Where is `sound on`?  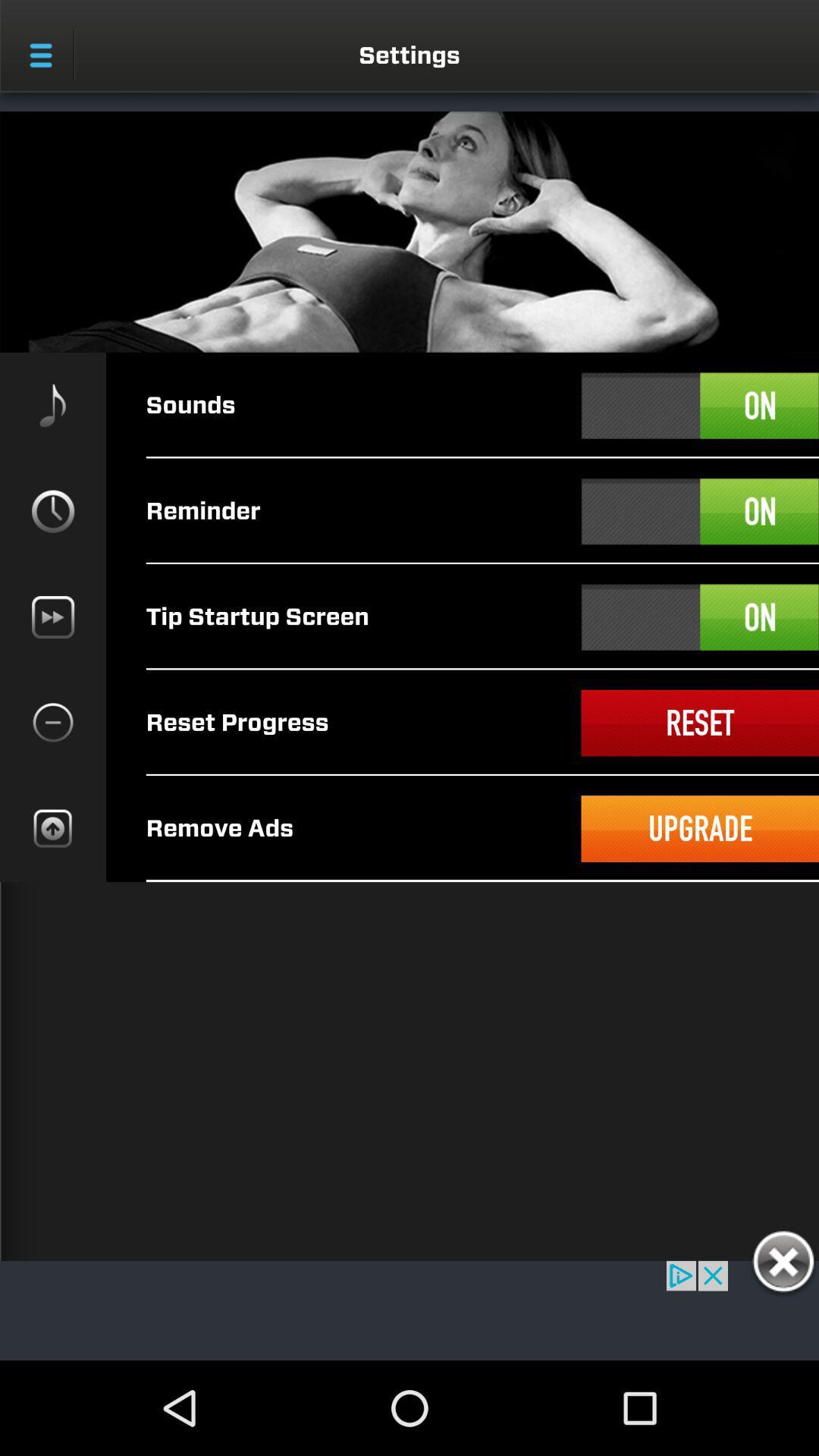
sound on is located at coordinates (700, 406).